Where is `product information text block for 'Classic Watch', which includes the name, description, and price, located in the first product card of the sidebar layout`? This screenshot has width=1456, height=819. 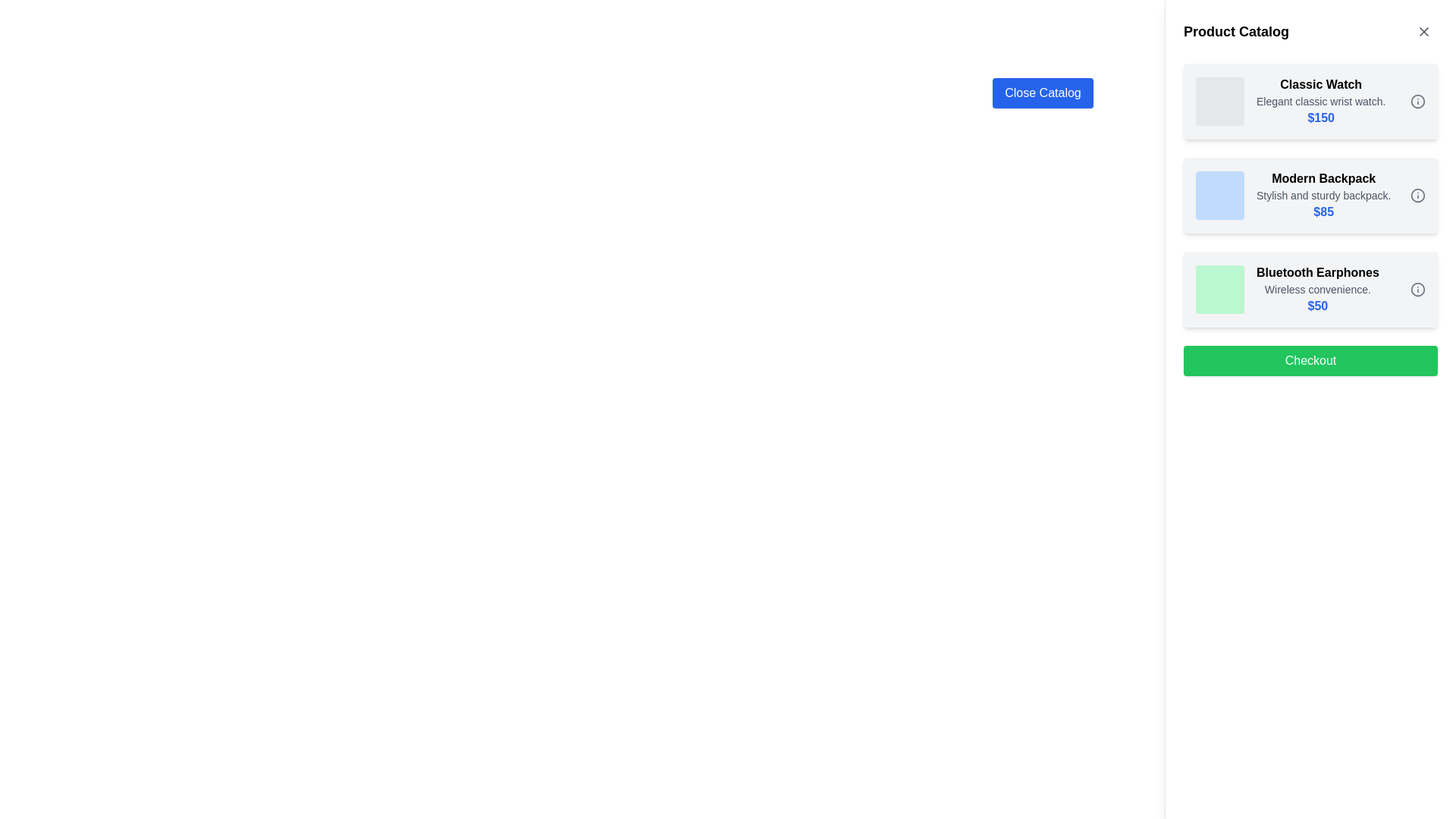
product information text block for 'Classic Watch', which includes the name, description, and price, located in the first product card of the sidebar layout is located at coordinates (1320, 102).